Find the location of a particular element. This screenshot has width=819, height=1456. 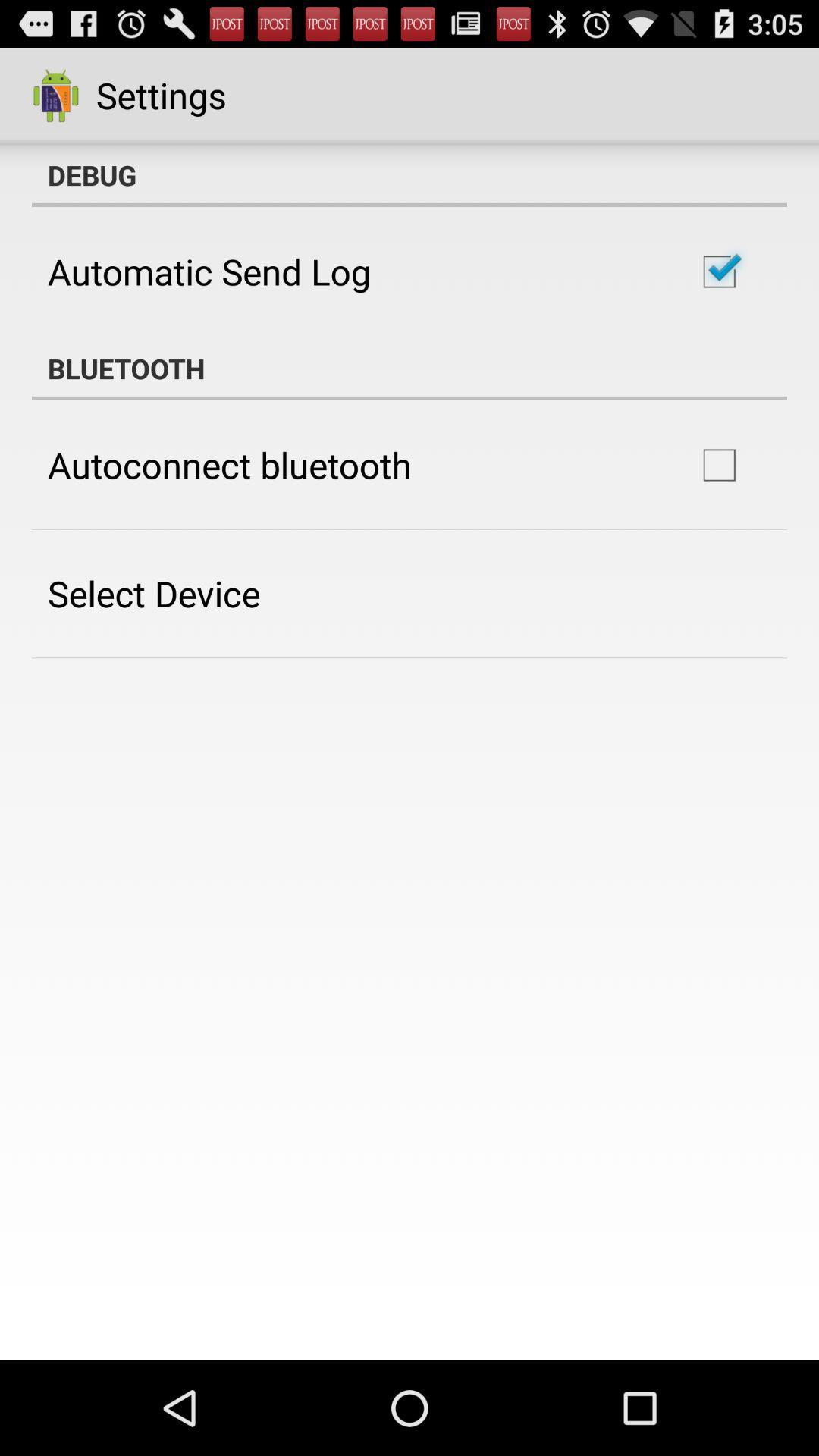

the app below the bluetooth is located at coordinates (230, 464).